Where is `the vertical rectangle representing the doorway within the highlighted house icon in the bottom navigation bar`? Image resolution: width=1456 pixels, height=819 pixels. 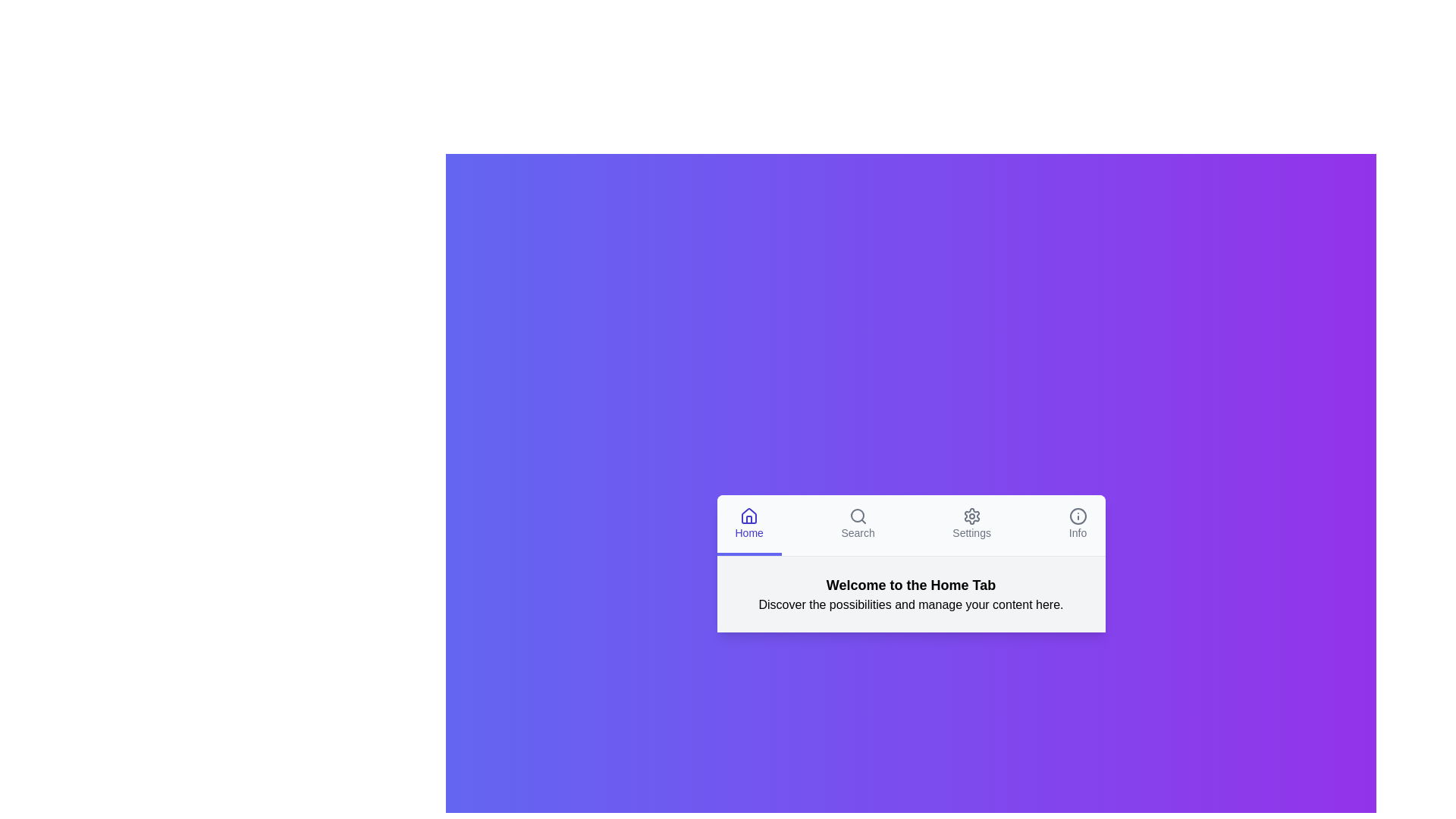
the vertical rectangle representing the doorway within the highlighted house icon in the bottom navigation bar is located at coordinates (749, 519).